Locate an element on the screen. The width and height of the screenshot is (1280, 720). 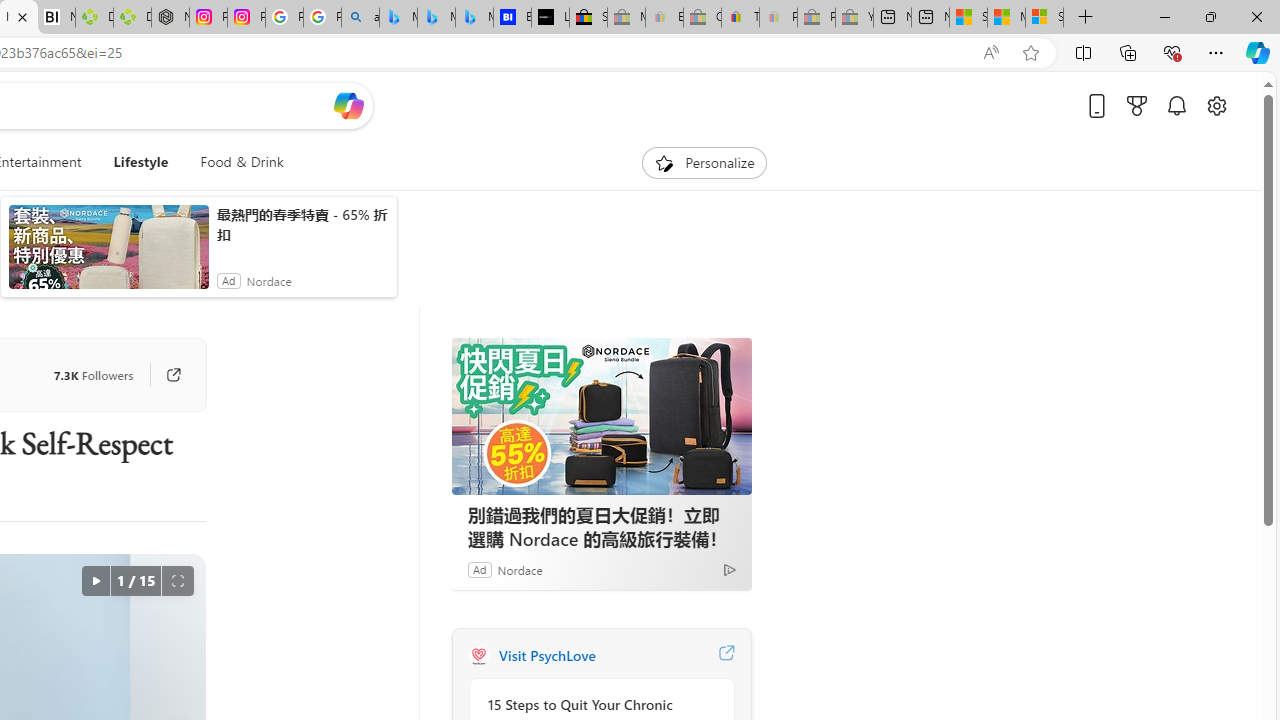
'anim-content' is located at coordinates (107, 254).